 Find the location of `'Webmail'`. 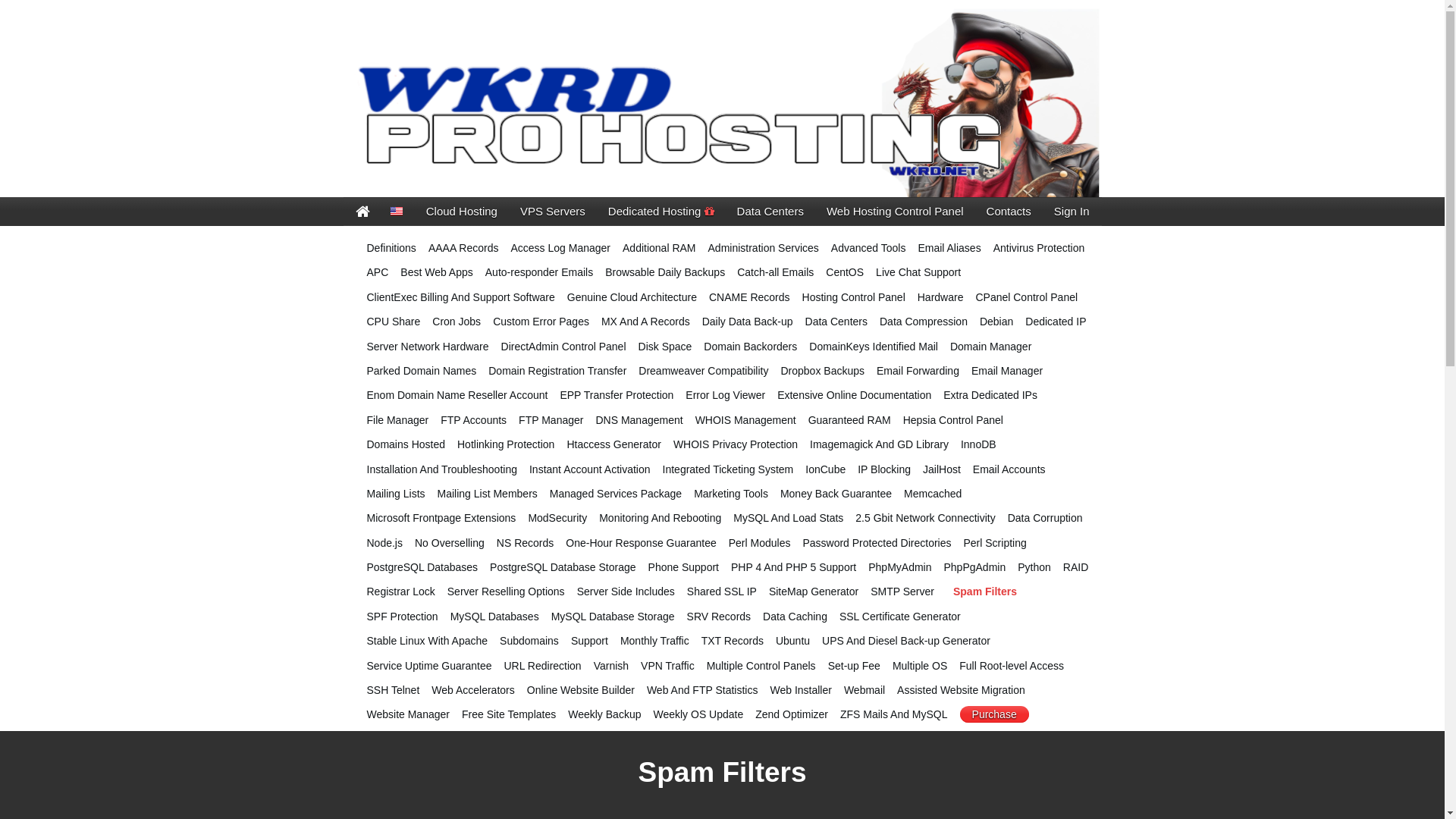

'Webmail' is located at coordinates (864, 690).